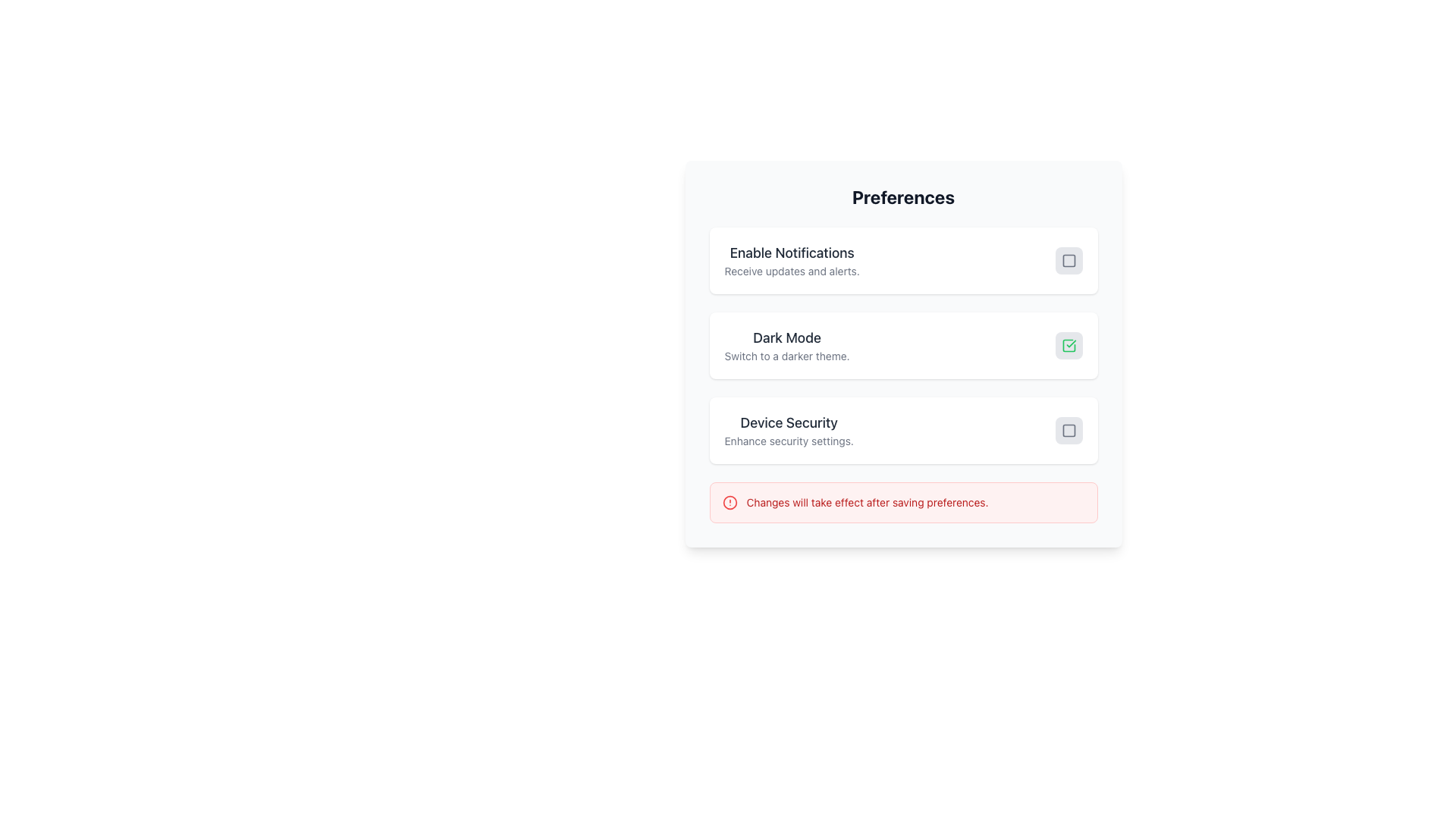  I want to click on the circular part of the warning icon located in the 'Preferences' settings panel, which is positioned to the left of the red-text message 'Changes will take effect after saving preferences.', so click(730, 503).